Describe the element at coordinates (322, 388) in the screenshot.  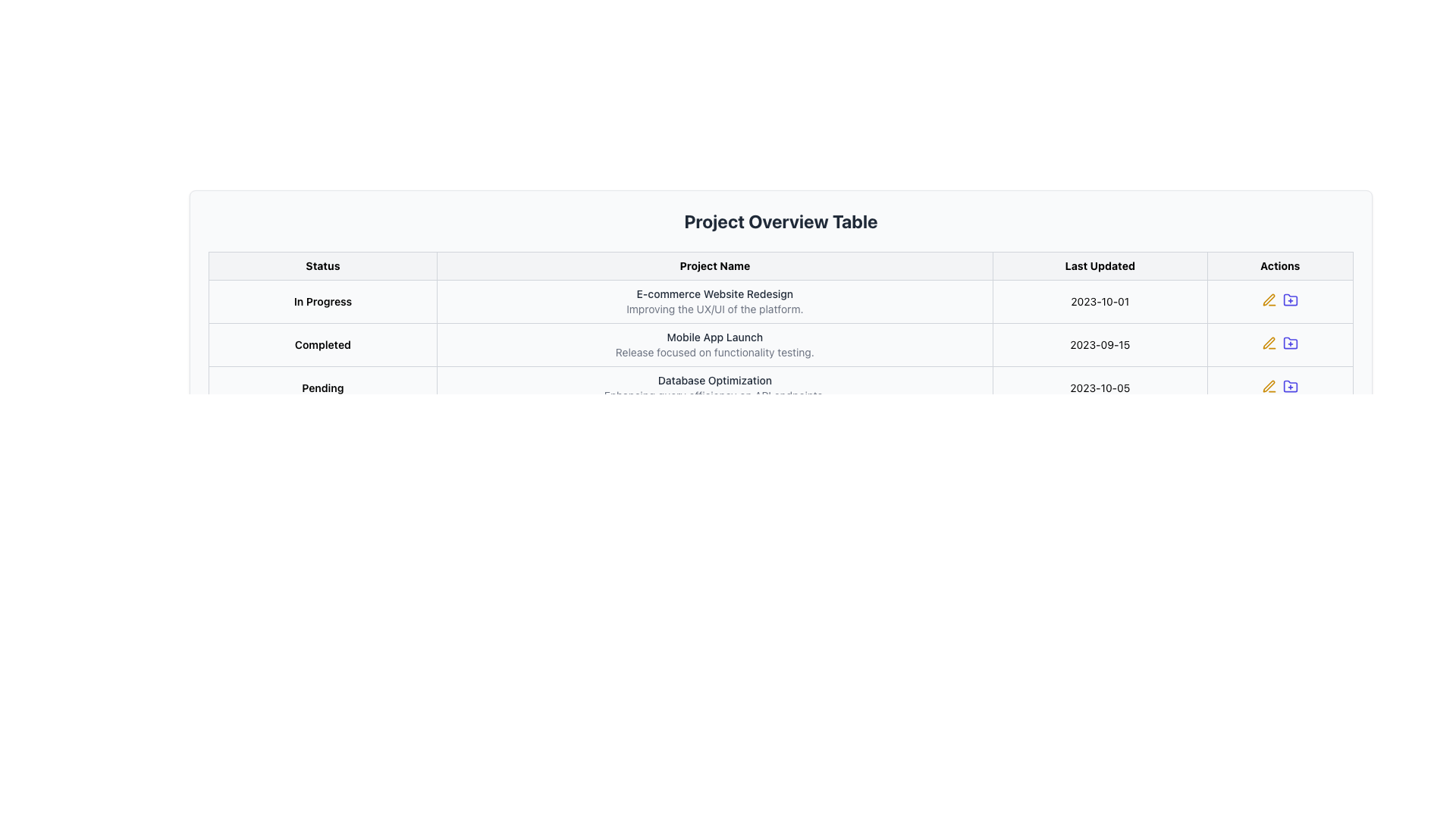
I see `the stylized label with the text 'Pending' that has a light yellow background and is located in the 'Status' column of the 'Database Optimization' project row` at that location.